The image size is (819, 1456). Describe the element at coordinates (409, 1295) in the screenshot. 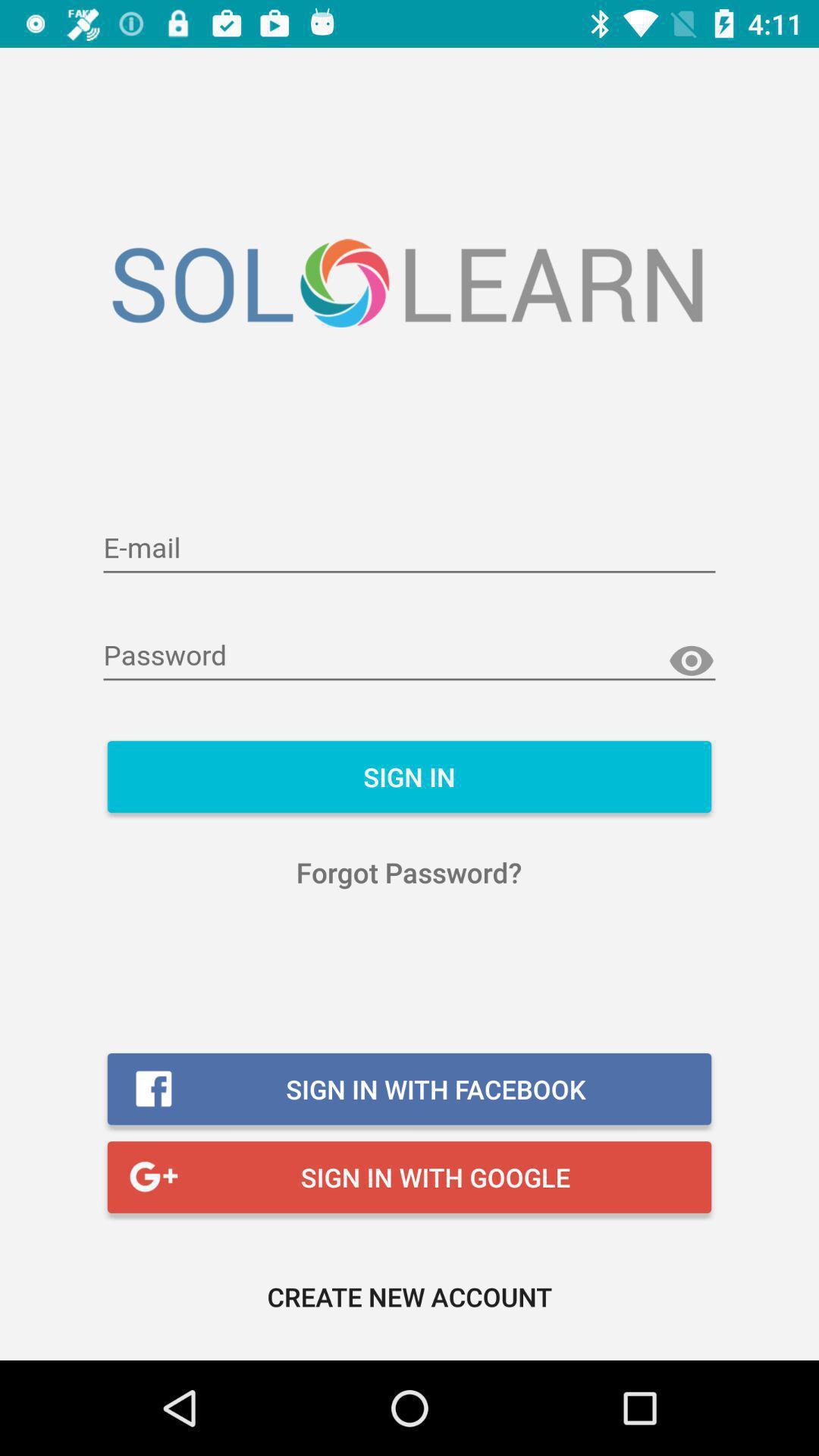

I see `the create new account icon` at that location.